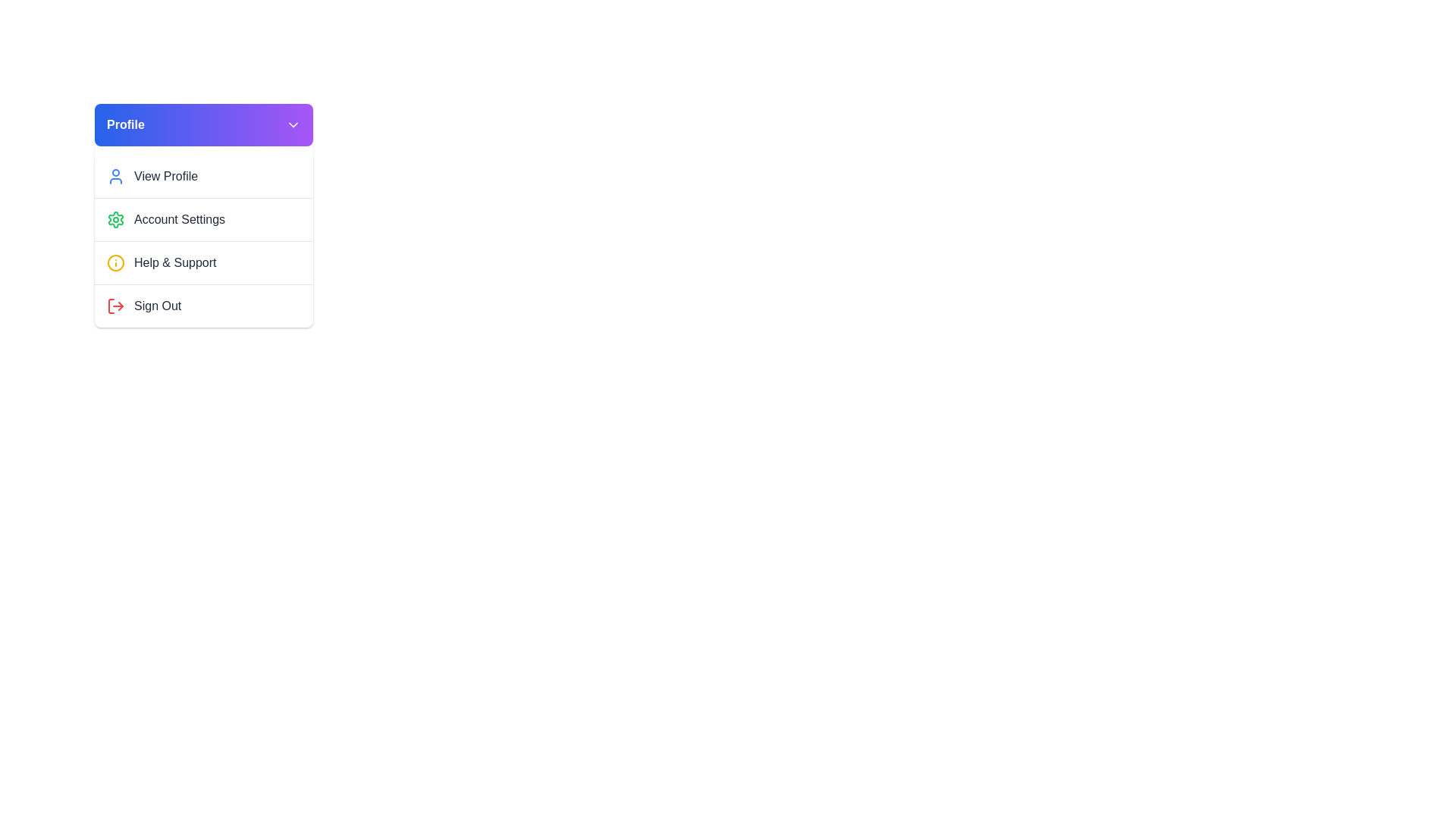 This screenshot has height=819, width=1456. What do you see at coordinates (202, 215) in the screenshot?
I see `the green gear icon button labeled 'Account Settings' to trigger the visual response` at bounding box center [202, 215].